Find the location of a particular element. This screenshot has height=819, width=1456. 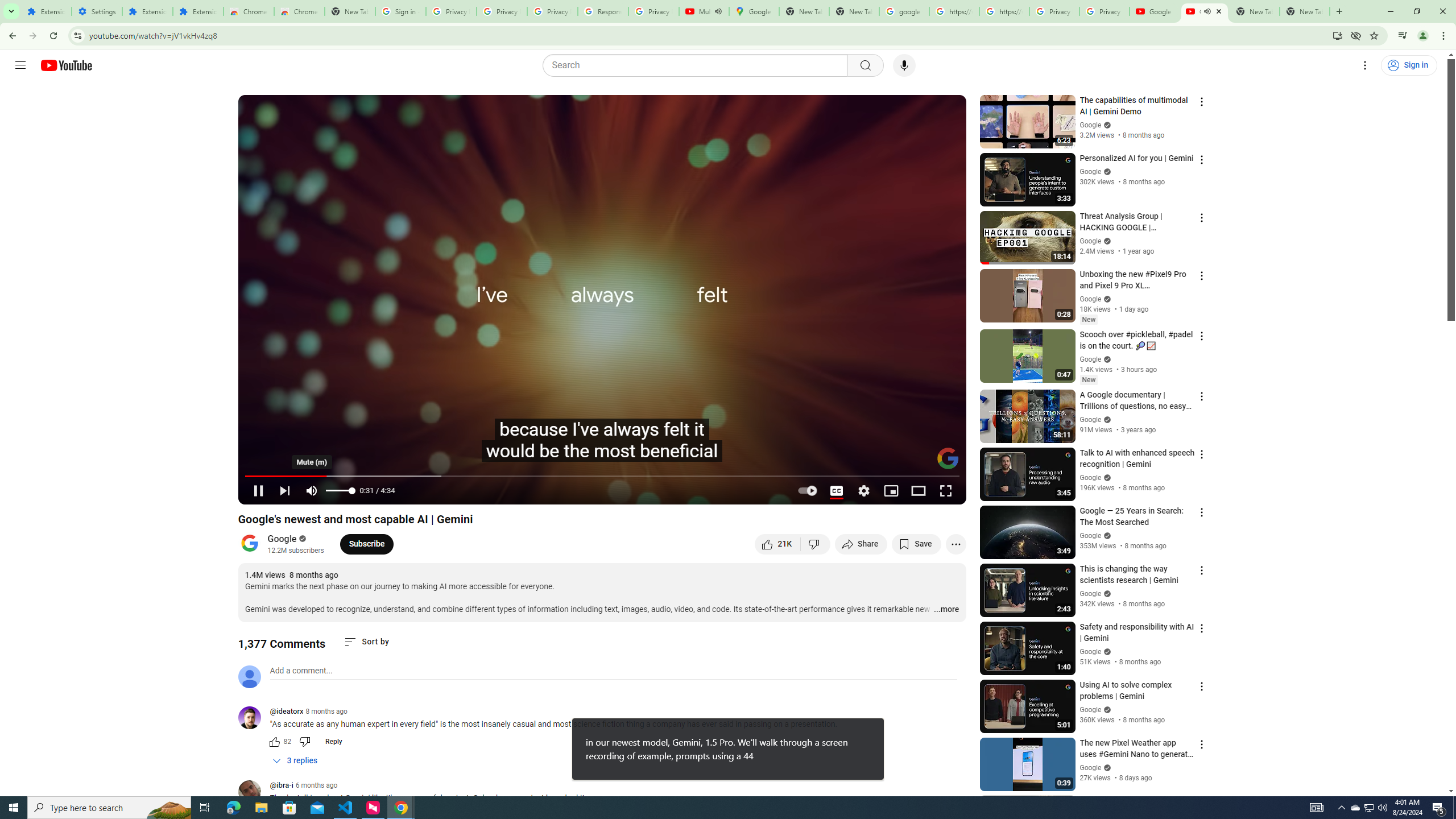

'Theater mode (t)' is located at coordinates (918, 490).